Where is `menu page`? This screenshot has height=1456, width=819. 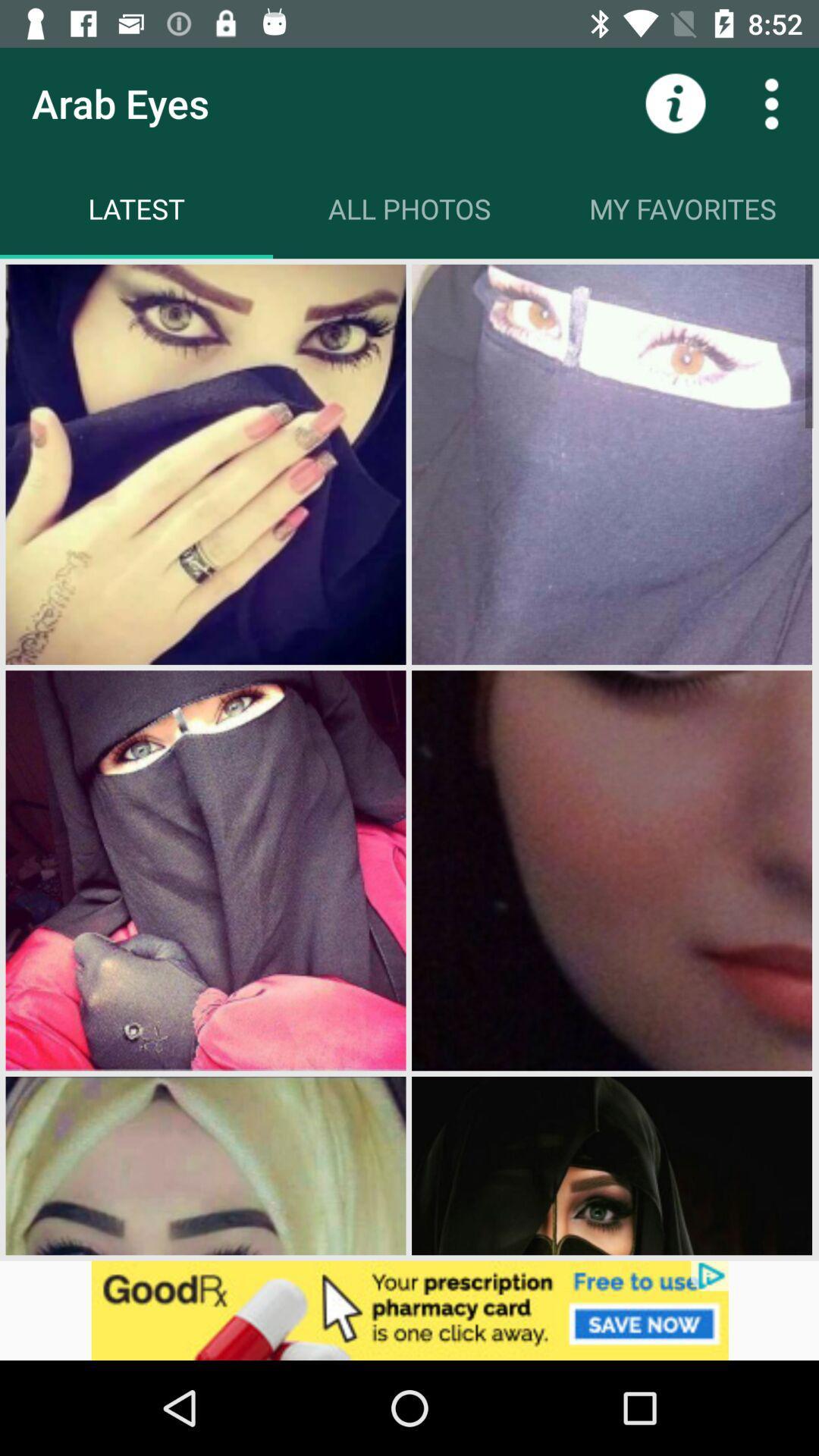
menu page is located at coordinates (771, 102).